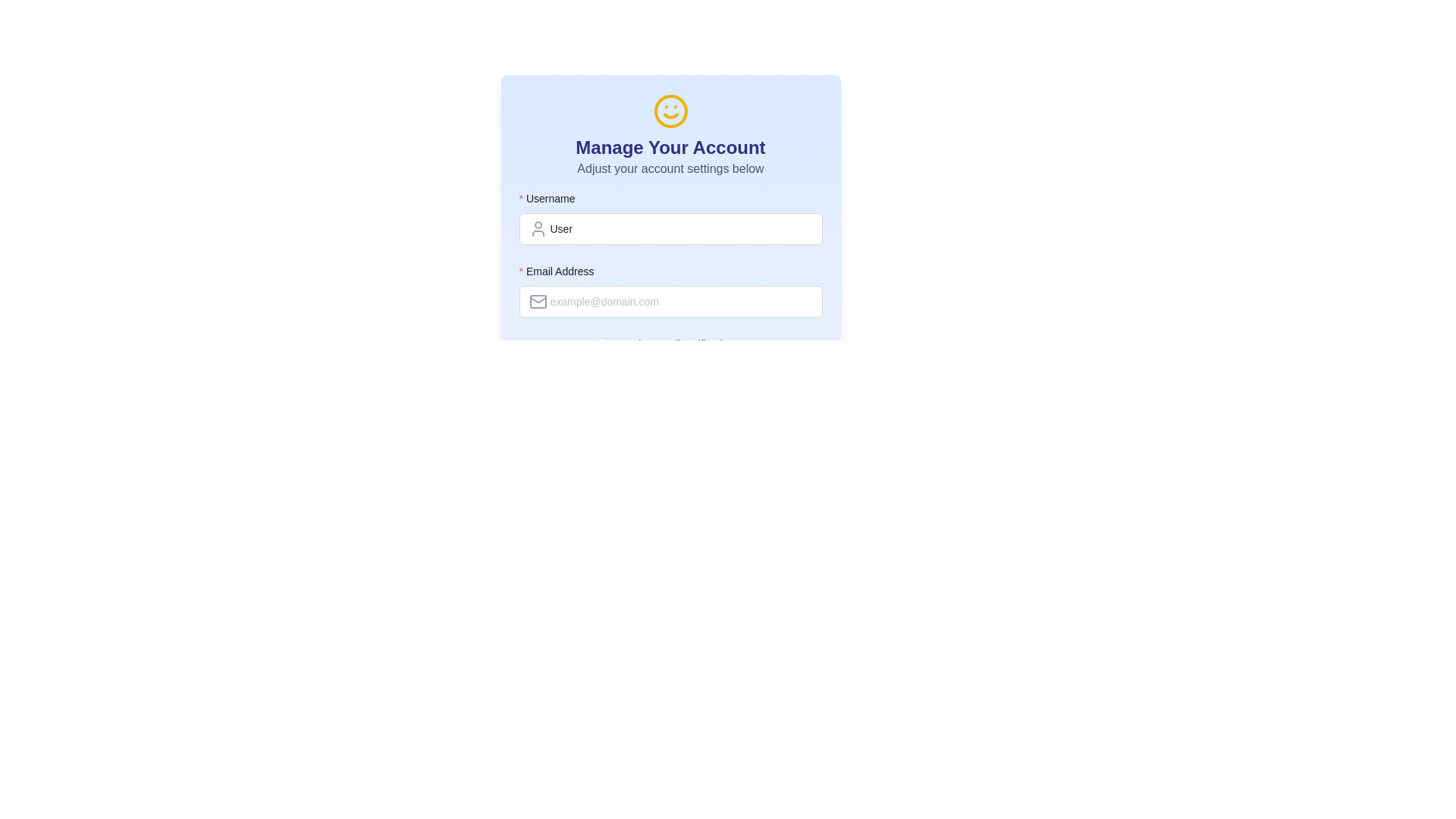 Image resolution: width=1456 pixels, height=819 pixels. Describe the element at coordinates (670, 301) in the screenshot. I see `the text inside the email input field, which has a prefix envelope icon` at that location.